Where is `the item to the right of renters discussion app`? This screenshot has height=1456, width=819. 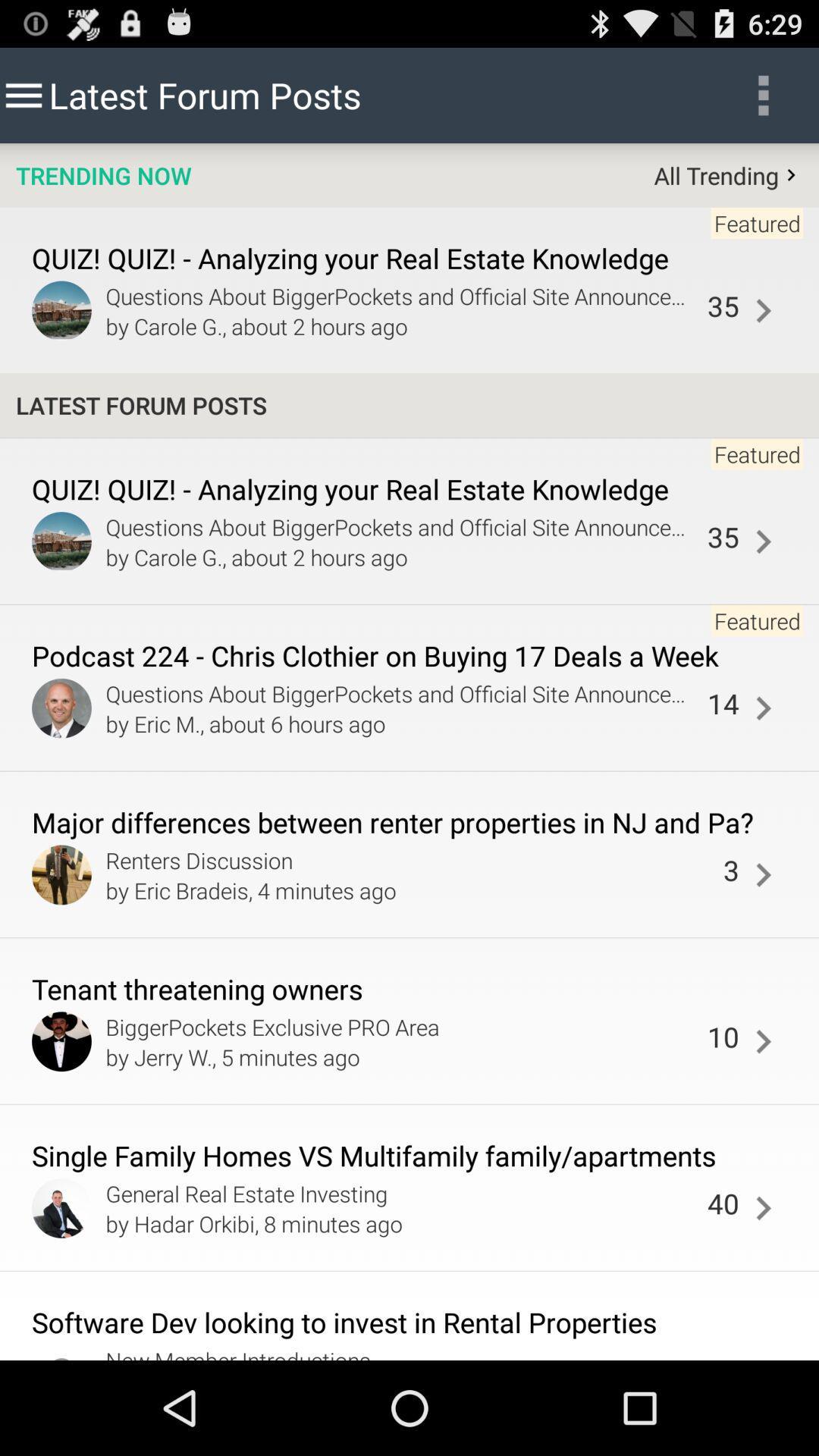
the item to the right of renters discussion app is located at coordinates (730, 870).